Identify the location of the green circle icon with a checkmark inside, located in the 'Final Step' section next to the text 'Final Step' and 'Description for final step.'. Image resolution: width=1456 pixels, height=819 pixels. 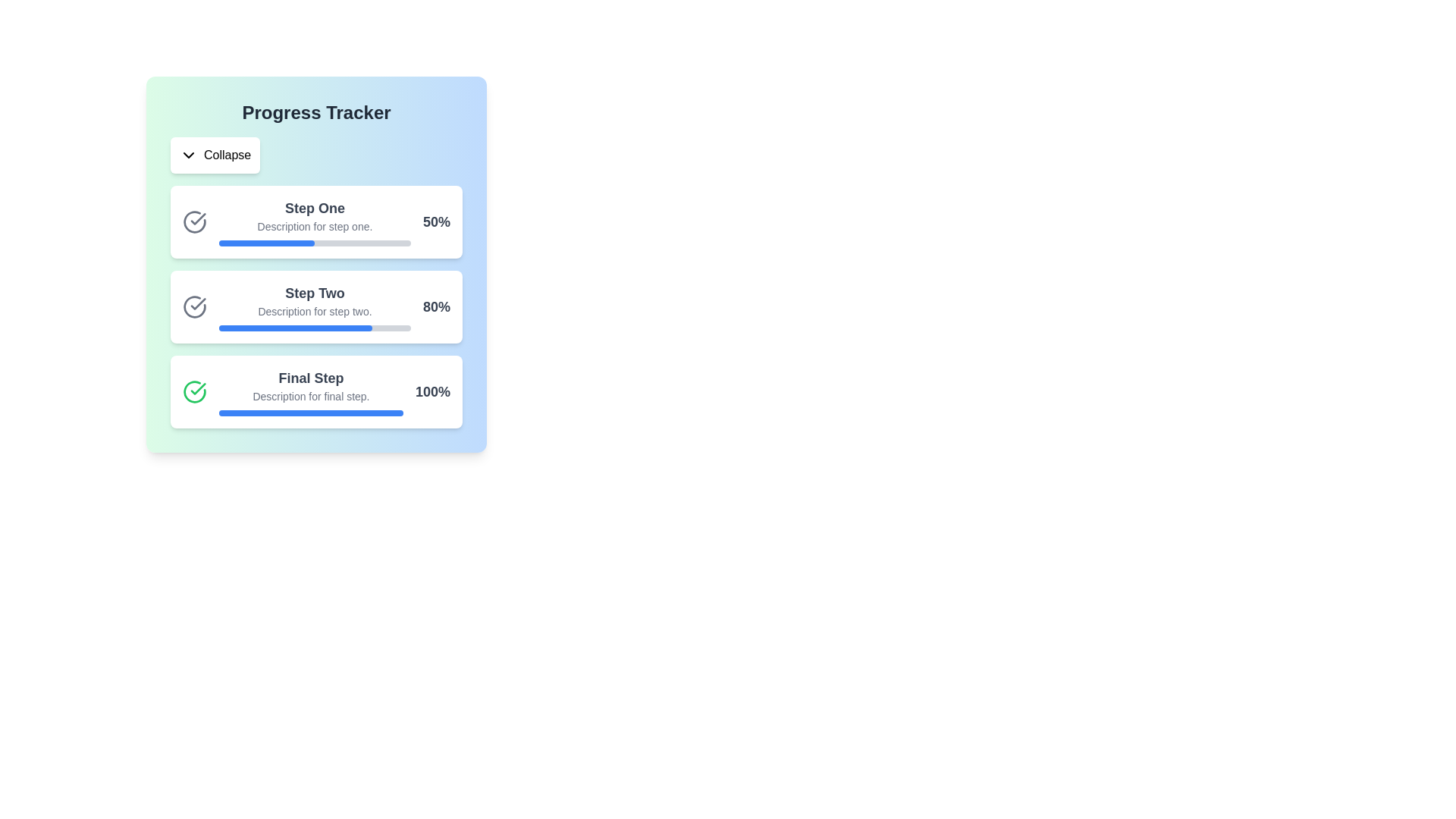
(194, 391).